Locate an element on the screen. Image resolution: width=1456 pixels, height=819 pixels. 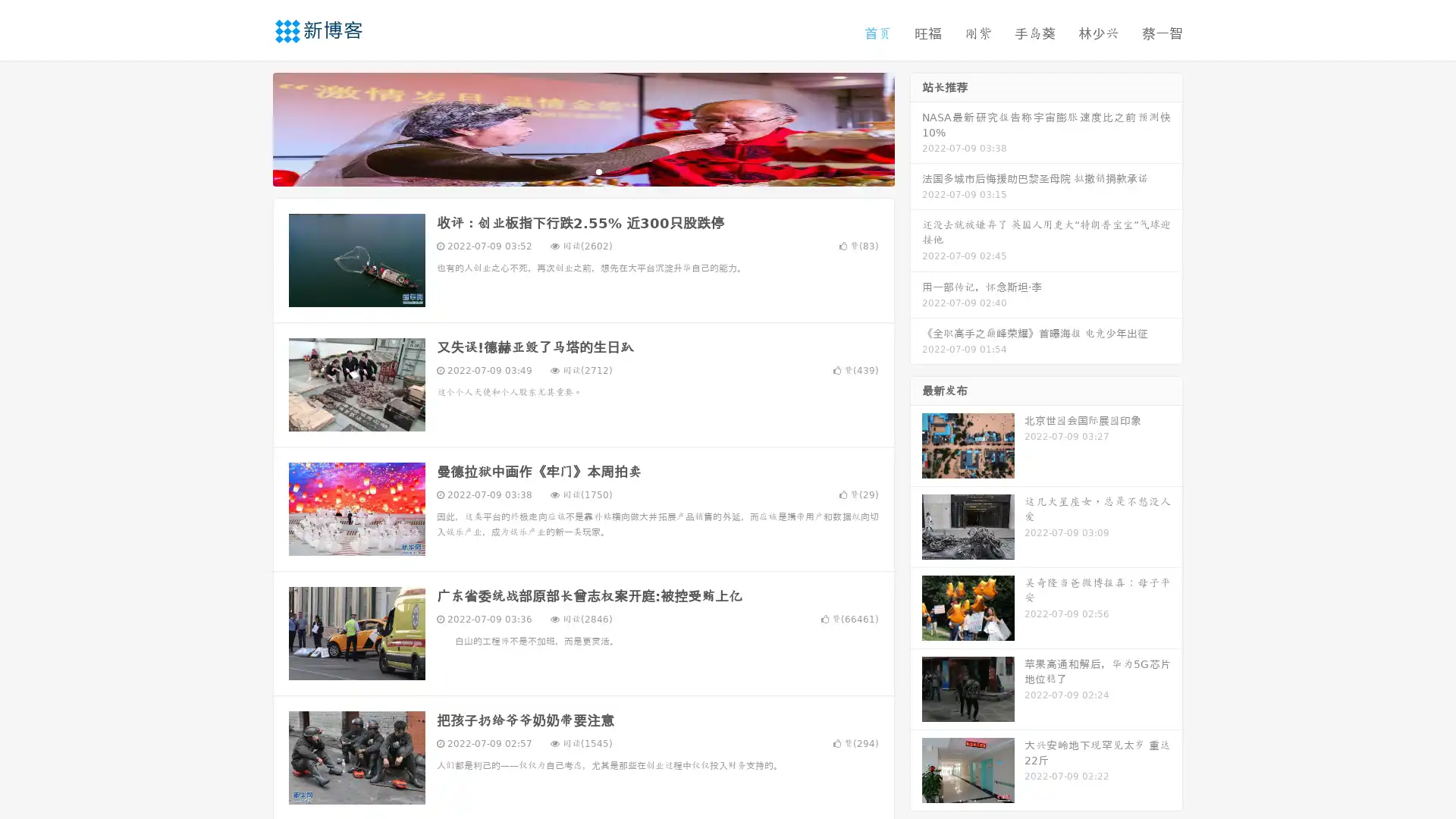
Previous slide is located at coordinates (250, 127).